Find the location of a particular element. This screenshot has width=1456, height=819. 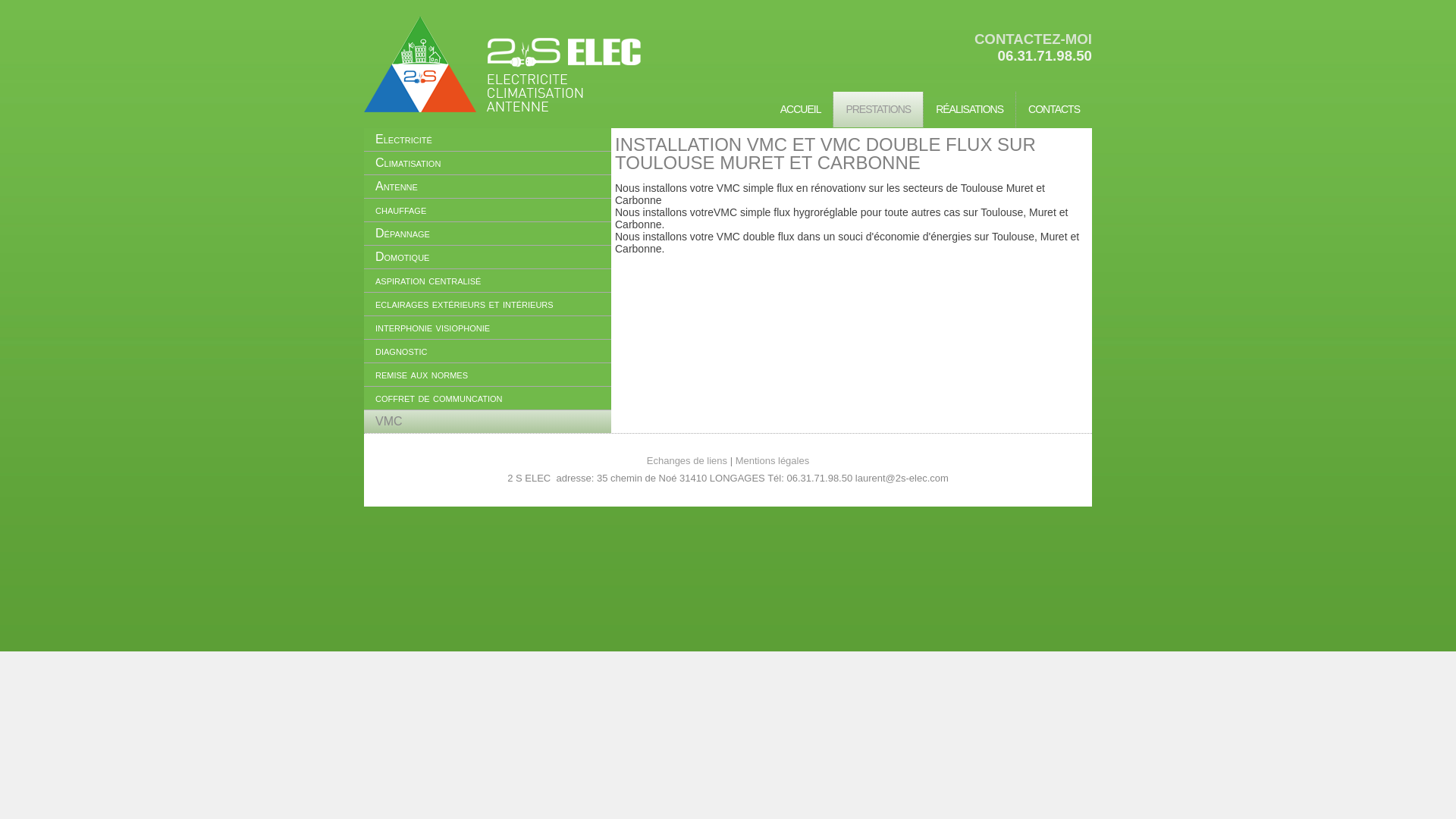

'Antenne' is located at coordinates (488, 186).